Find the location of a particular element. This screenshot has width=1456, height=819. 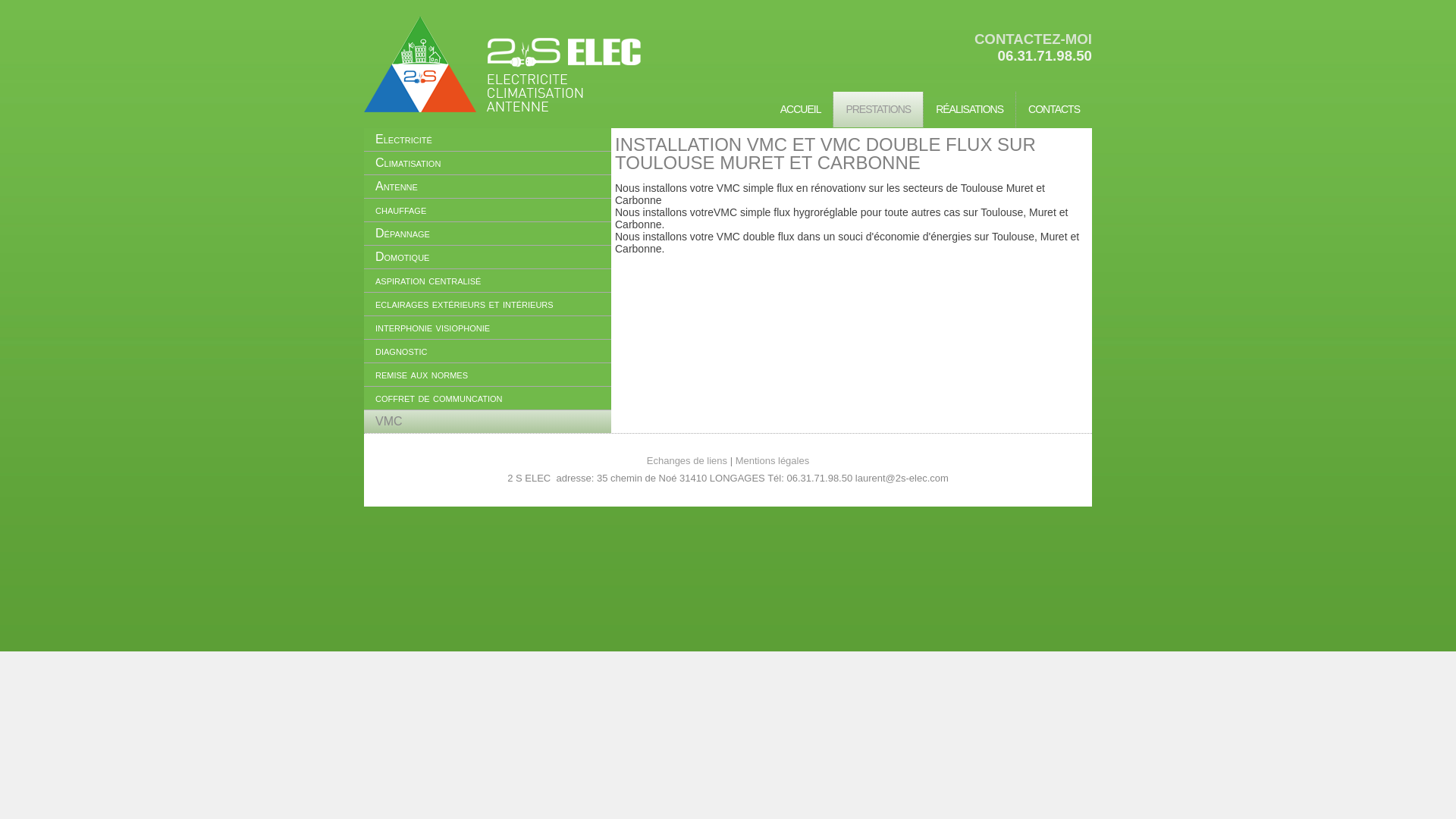

'Antenne' is located at coordinates (488, 186).